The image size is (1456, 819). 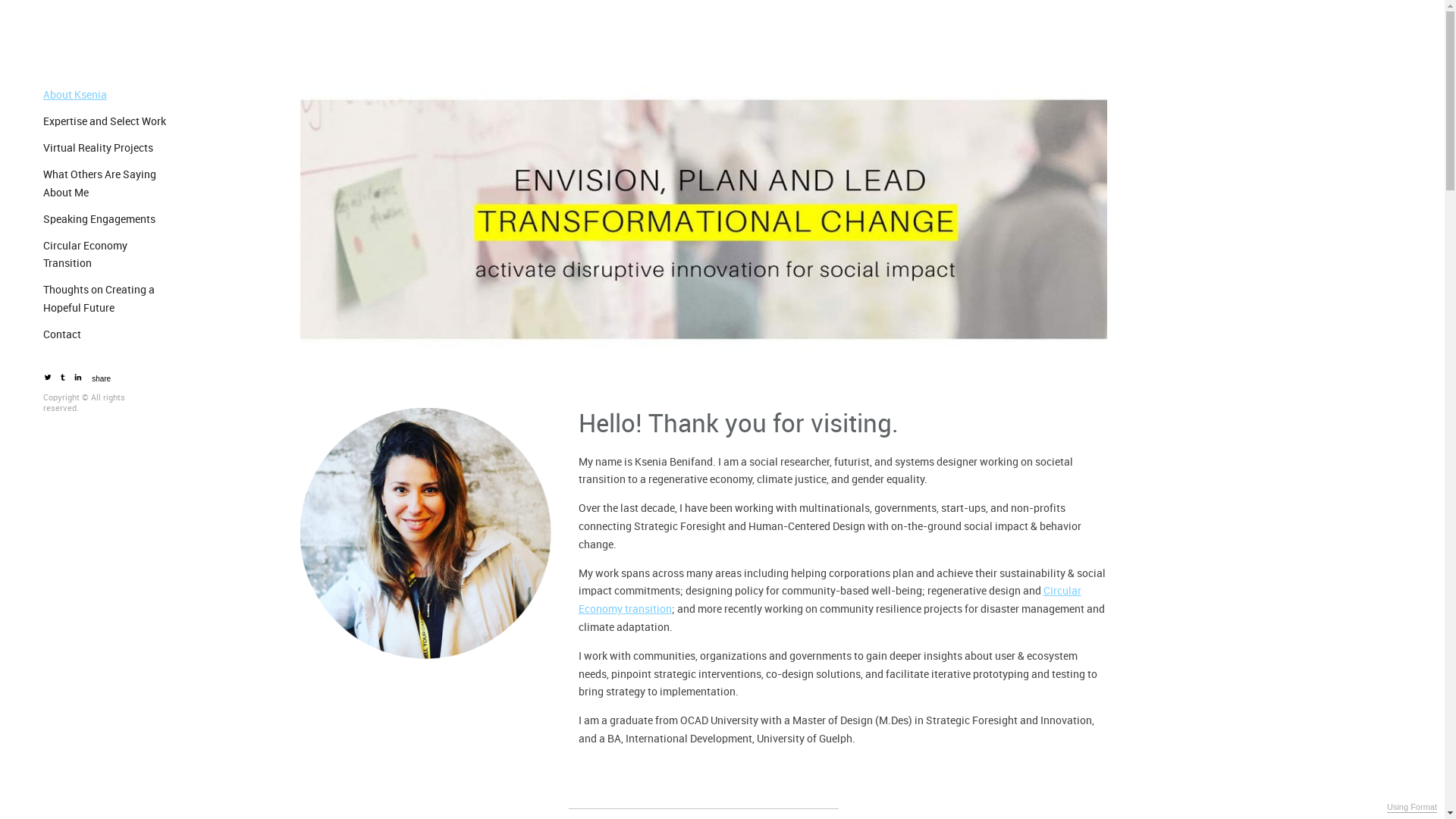 What do you see at coordinates (64, 334) in the screenshot?
I see `'Contact'` at bounding box center [64, 334].